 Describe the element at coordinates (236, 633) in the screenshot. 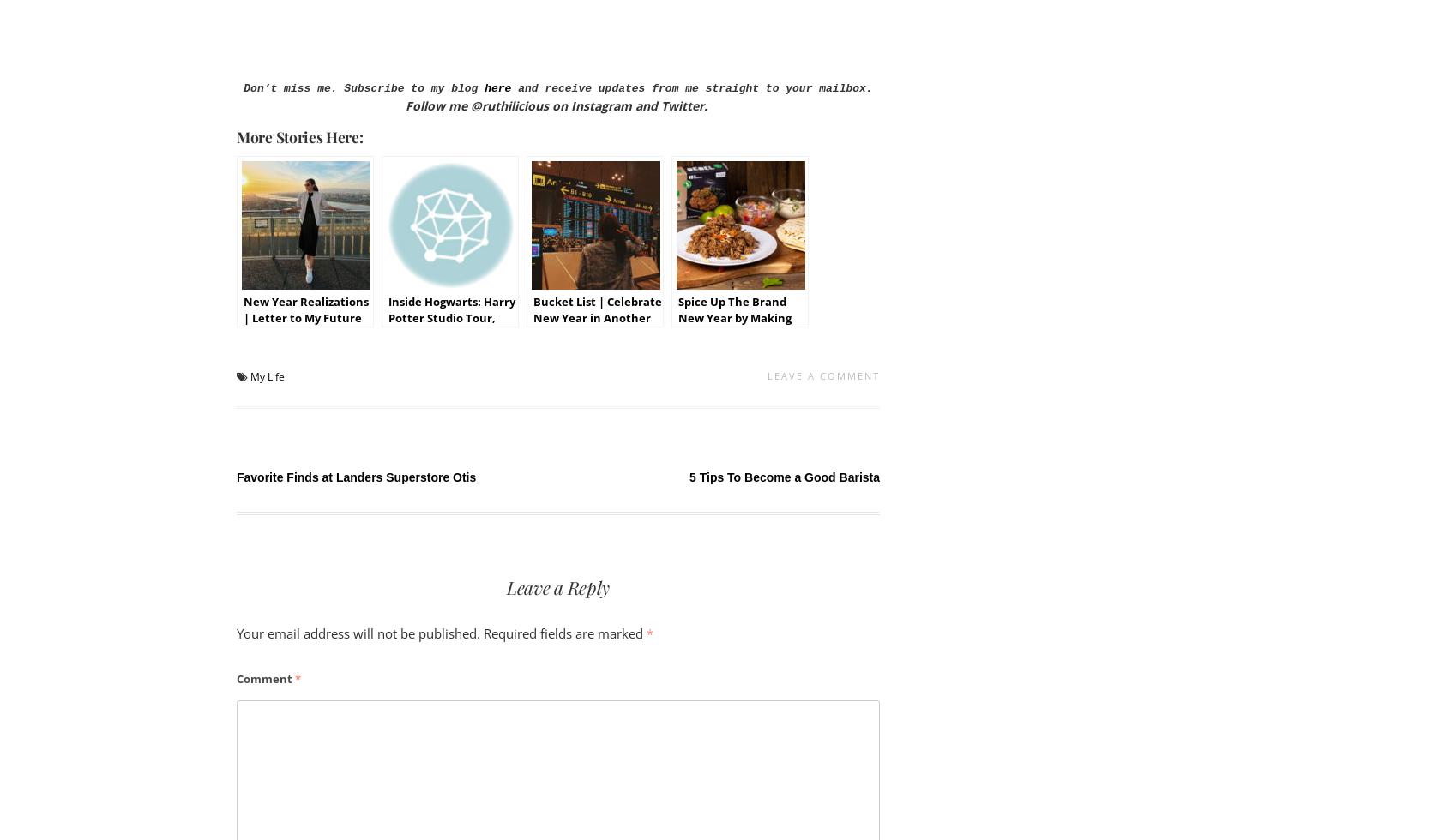

I see `'Your email address will not be published.'` at that location.